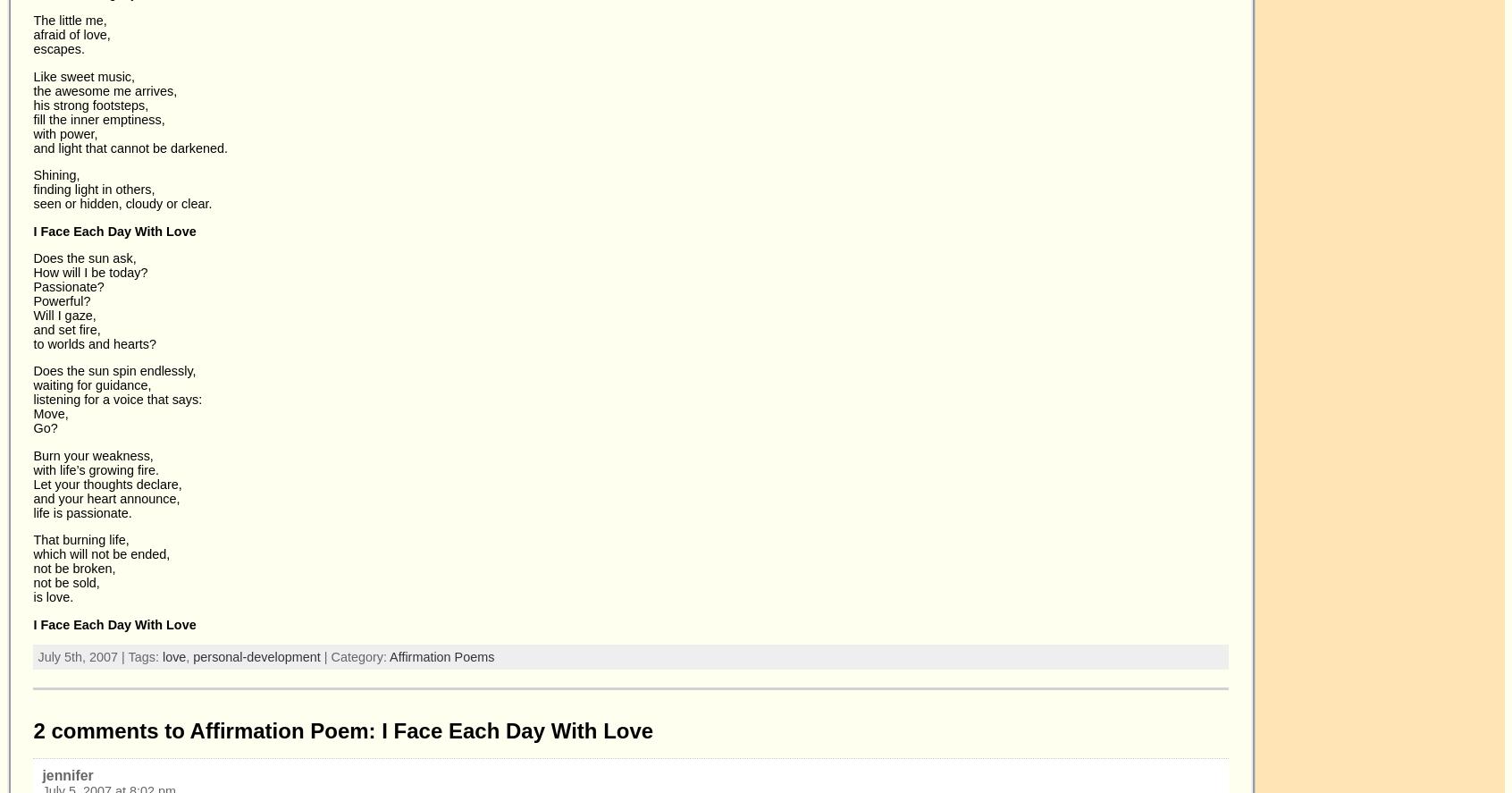 This screenshot has width=1512, height=793. I want to click on 'and set fire,', so click(32, 328).